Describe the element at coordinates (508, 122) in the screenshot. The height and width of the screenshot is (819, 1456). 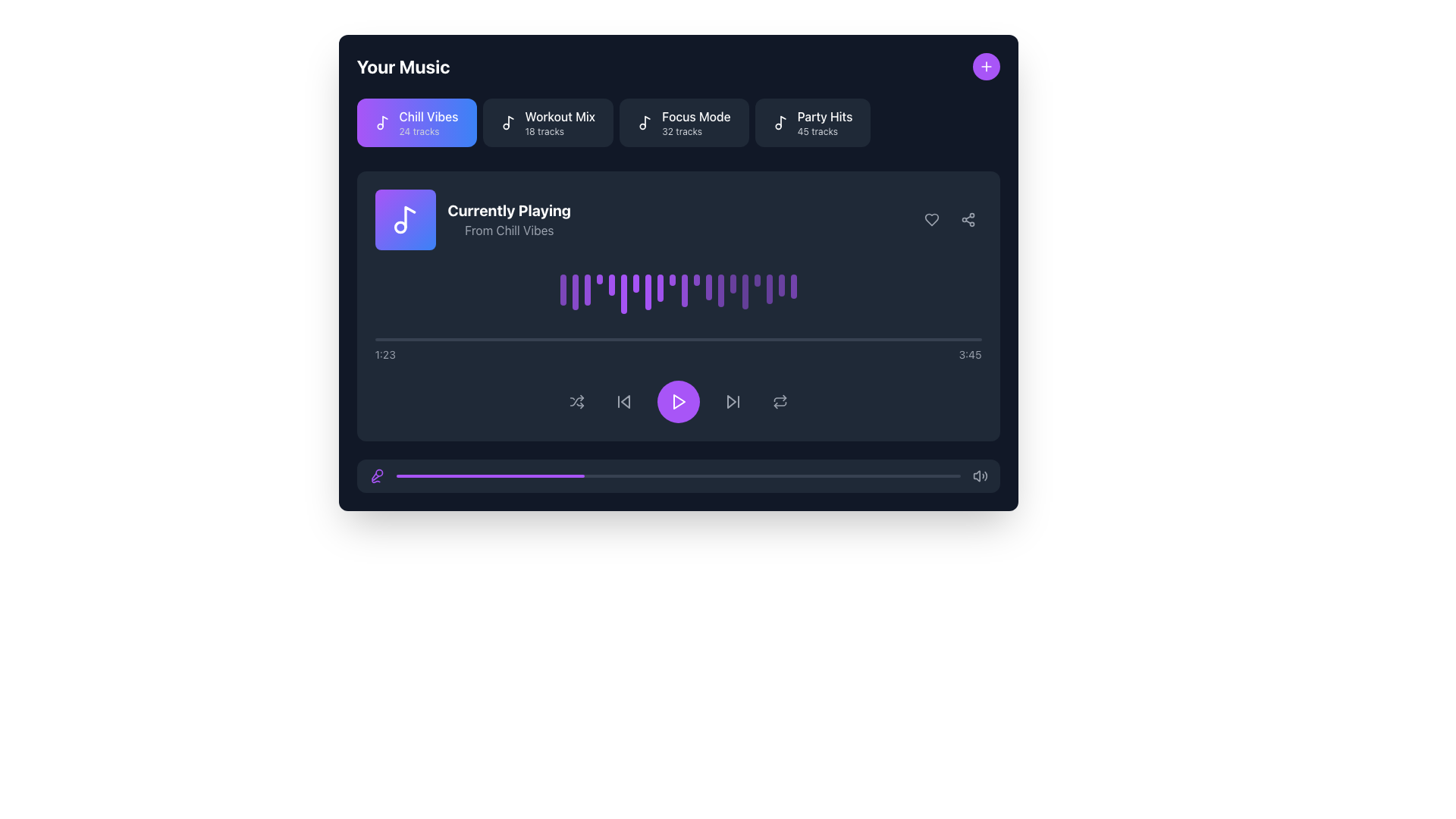
I see `the musical note icon that is part of the 'Workout Mix' button, which features text indicating '18 tracks' and is located near the top center of the interface` at that location.